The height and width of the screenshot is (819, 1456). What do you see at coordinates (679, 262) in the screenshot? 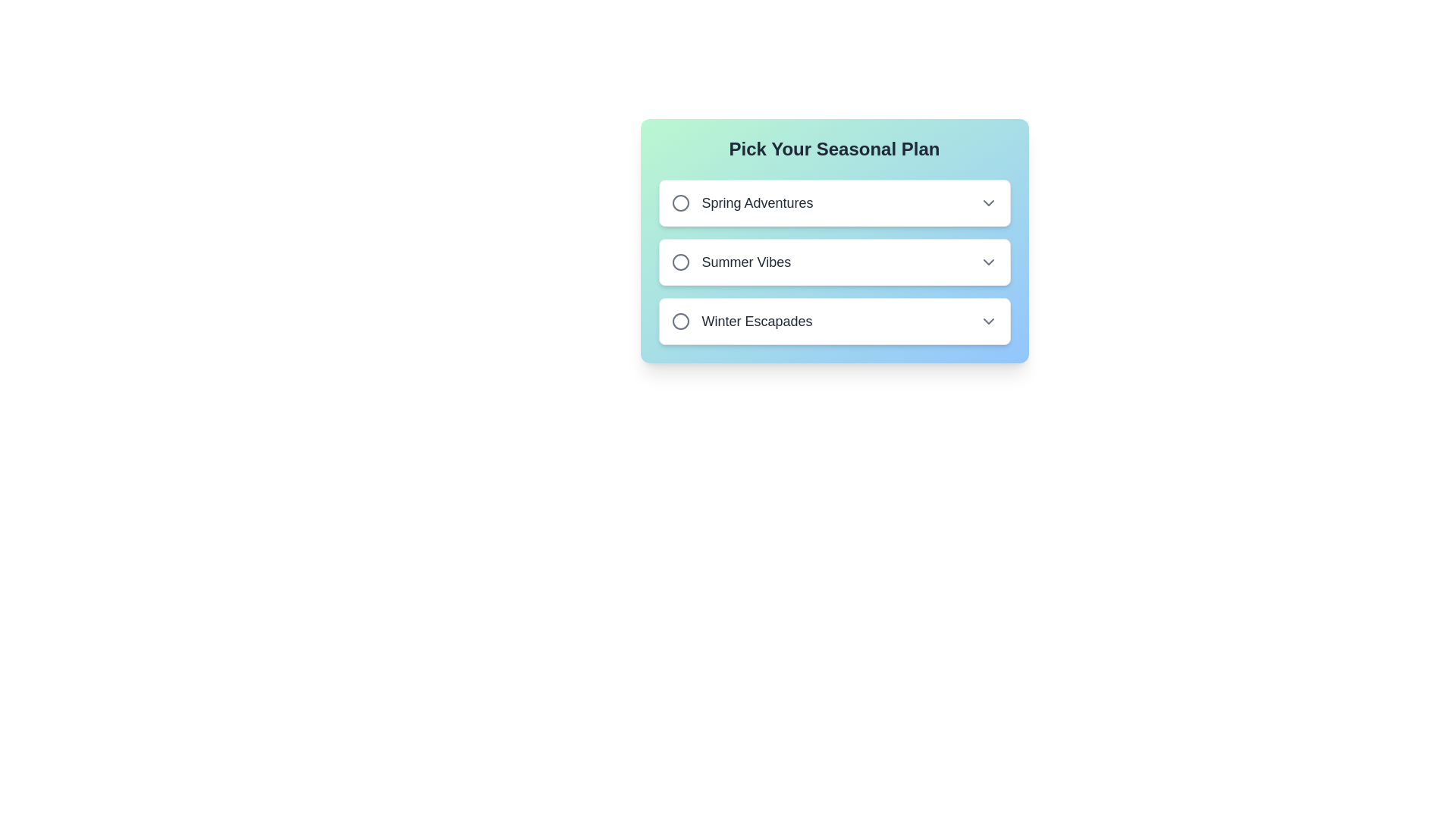
I see `the radio button located to the left of the text 'Summer Vibes'` at bounding box center [679, 262].